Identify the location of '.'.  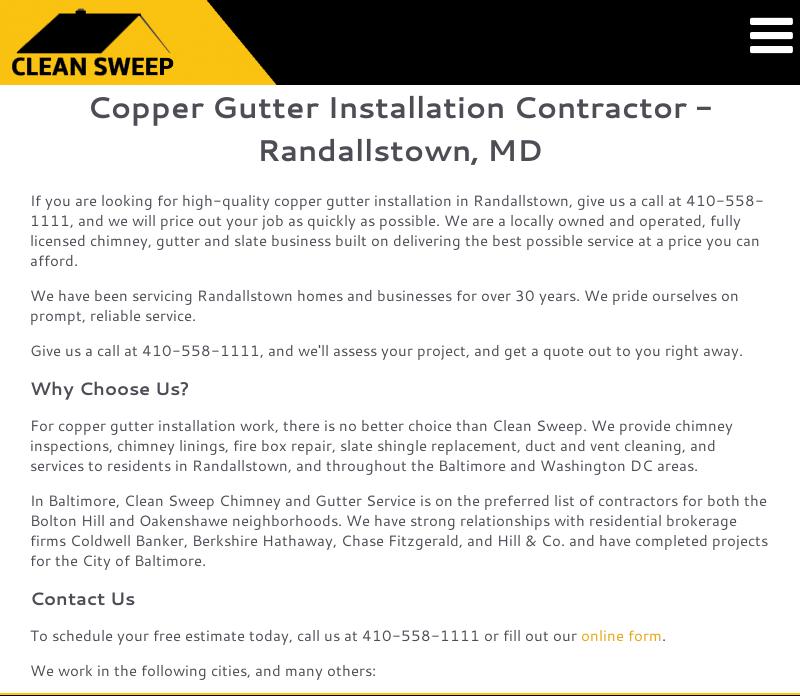
(661, 634).